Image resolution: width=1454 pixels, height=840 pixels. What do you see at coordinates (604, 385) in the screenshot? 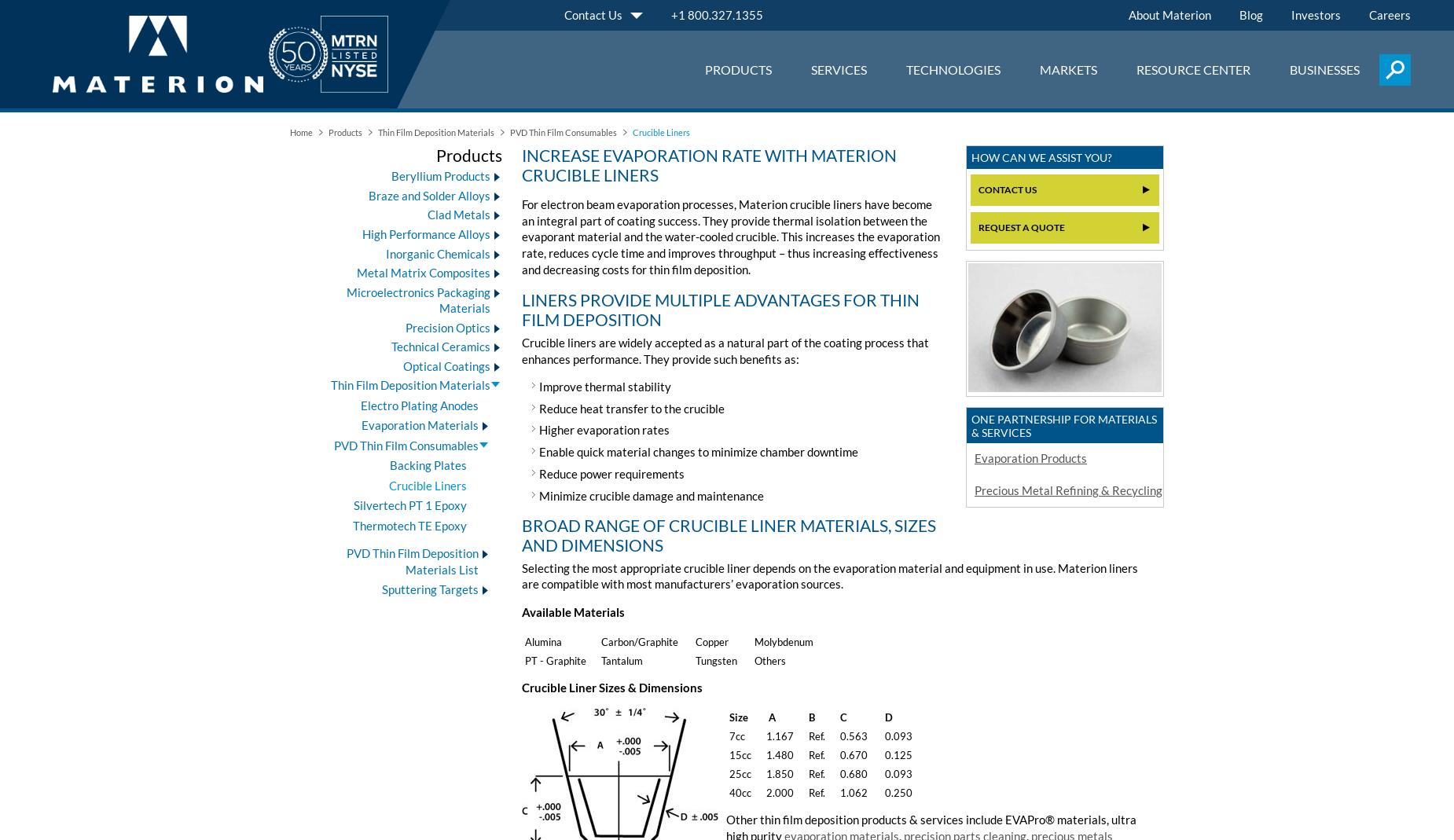
I see `'Improve thermal stability'` at bounding box center [604, 385].